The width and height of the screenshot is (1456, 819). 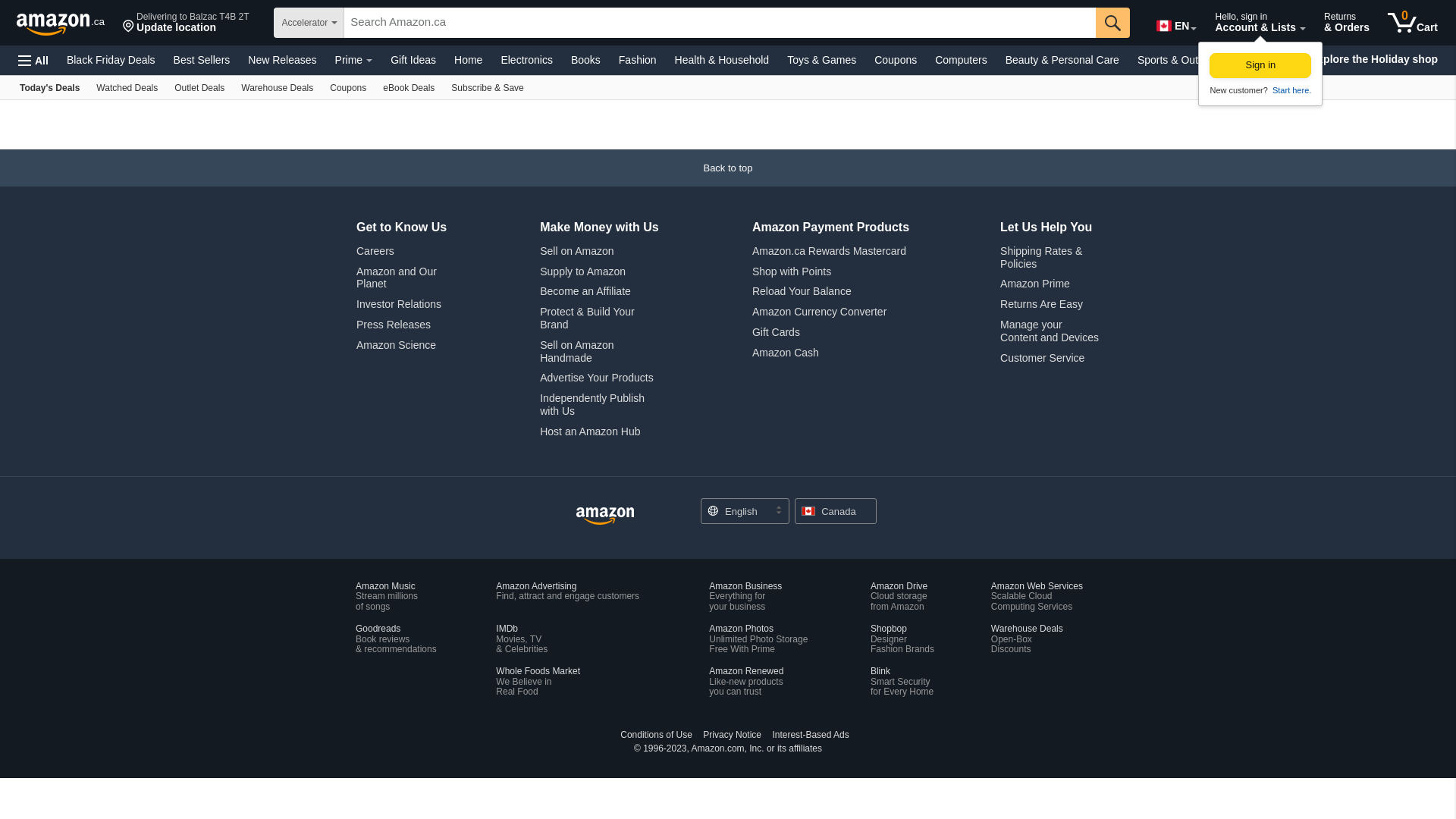 What do you see at coordinates (1290, 90) in the screenshot?
I see `'Start here.'` at bounding box center [1290, 90].